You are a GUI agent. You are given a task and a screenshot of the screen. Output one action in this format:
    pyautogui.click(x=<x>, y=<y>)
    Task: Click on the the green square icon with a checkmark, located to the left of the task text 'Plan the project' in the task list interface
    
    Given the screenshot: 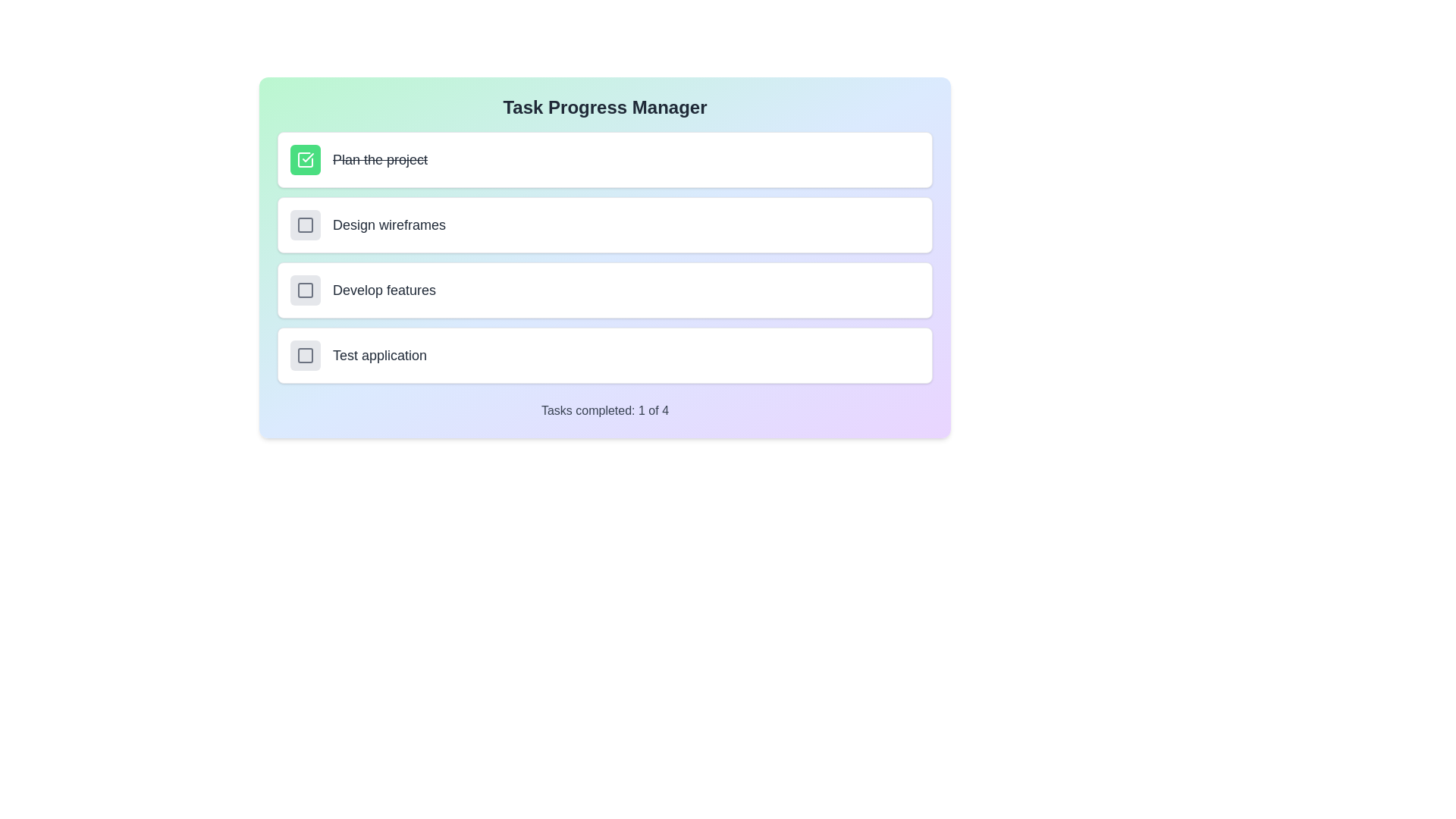 What is the action you would take?
    pyautogui.click(x=305, y=160)
    